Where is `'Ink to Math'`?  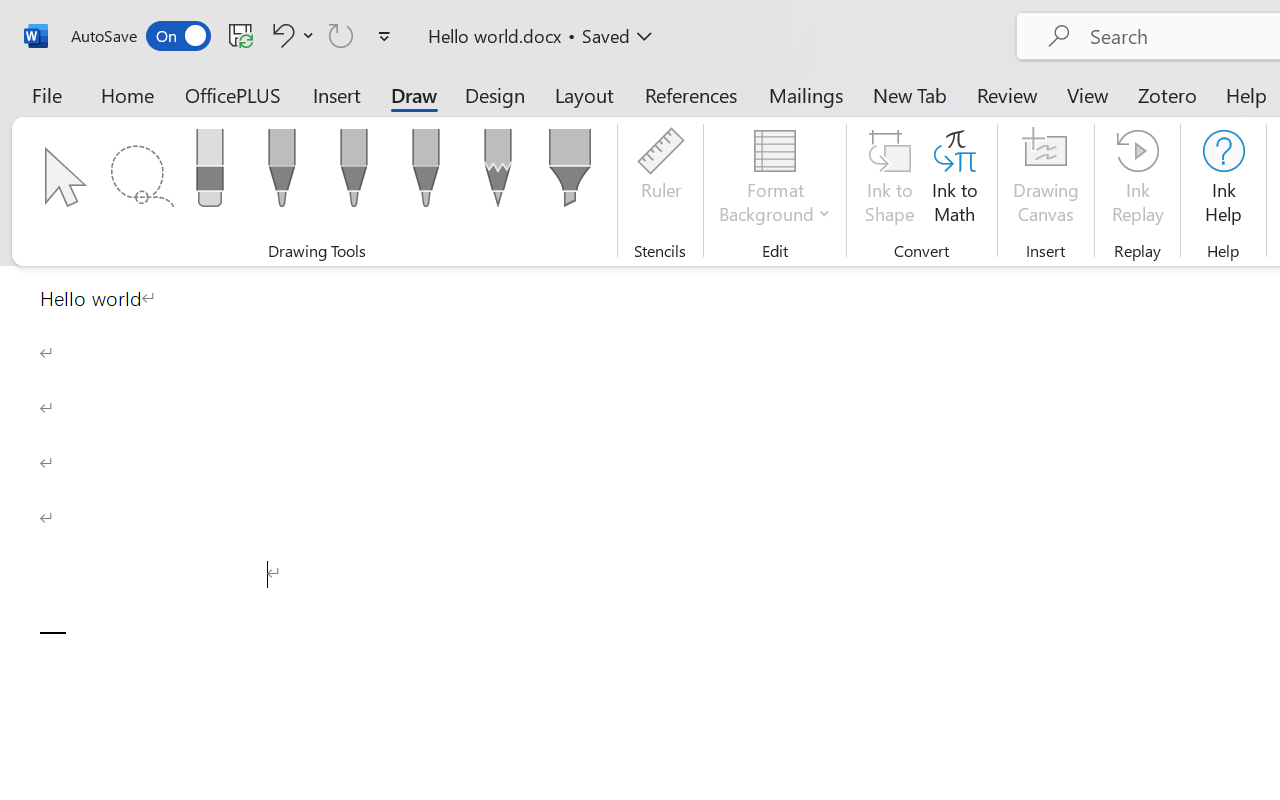
'Ink to Math' is located at coordinates (953, 179).